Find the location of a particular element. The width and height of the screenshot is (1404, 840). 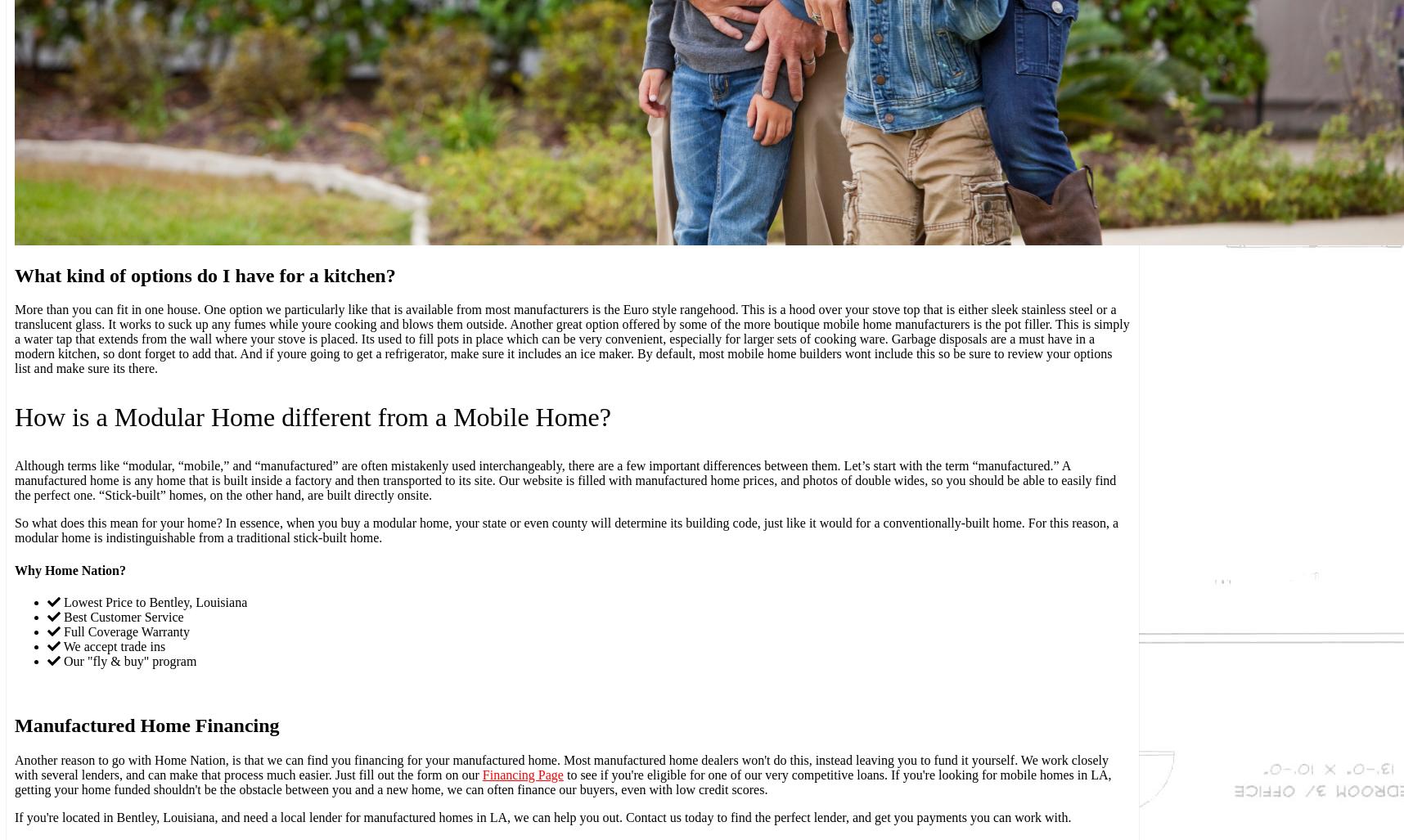

'What kind of options do I have for a kitchen?' is located at coordinates (204, 274).